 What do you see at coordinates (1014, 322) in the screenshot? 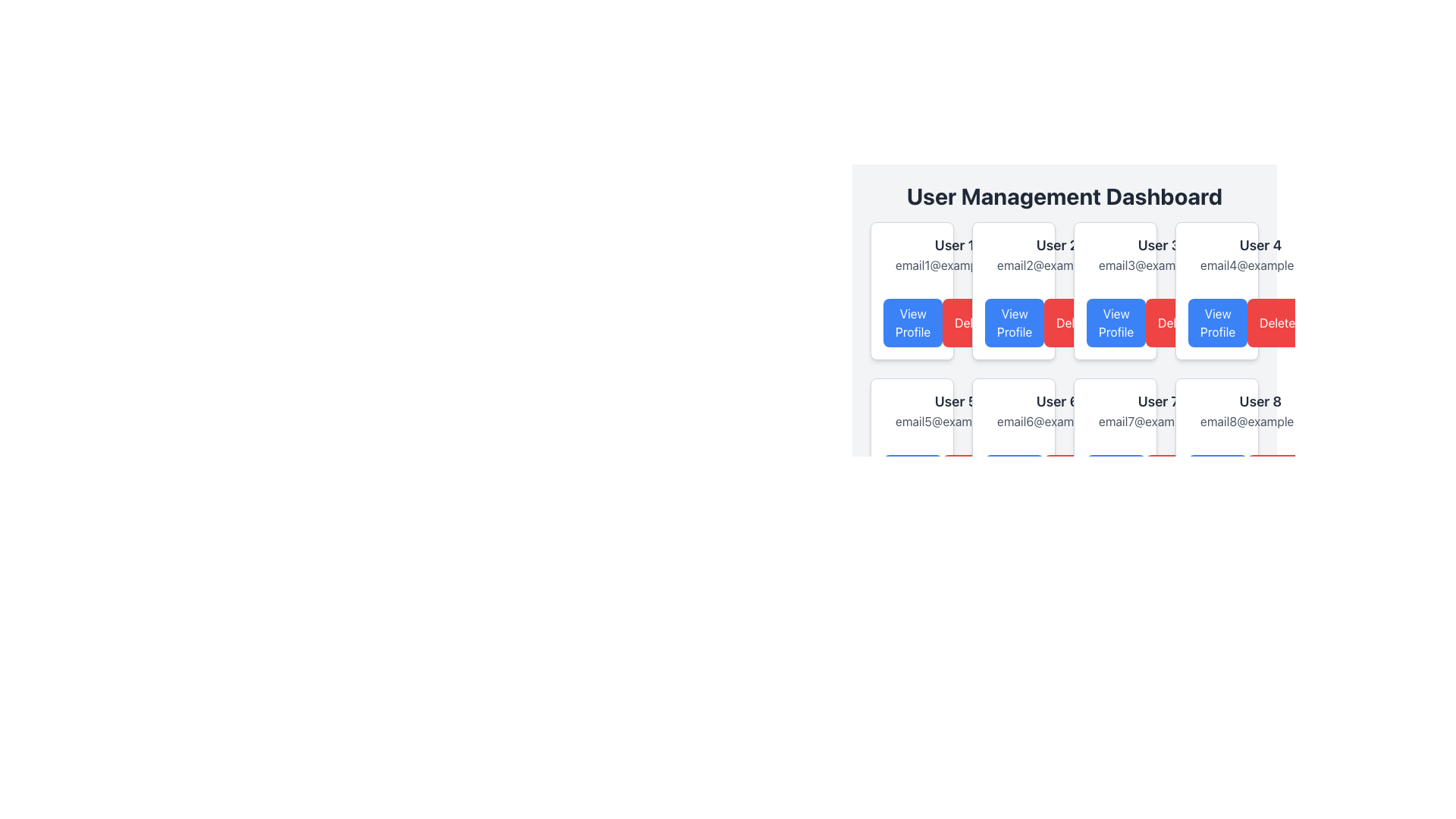
I see `the leftmost button in the 'User 2' card located below the email address 'email2@example.com'` at bounding box center [1014, 322].